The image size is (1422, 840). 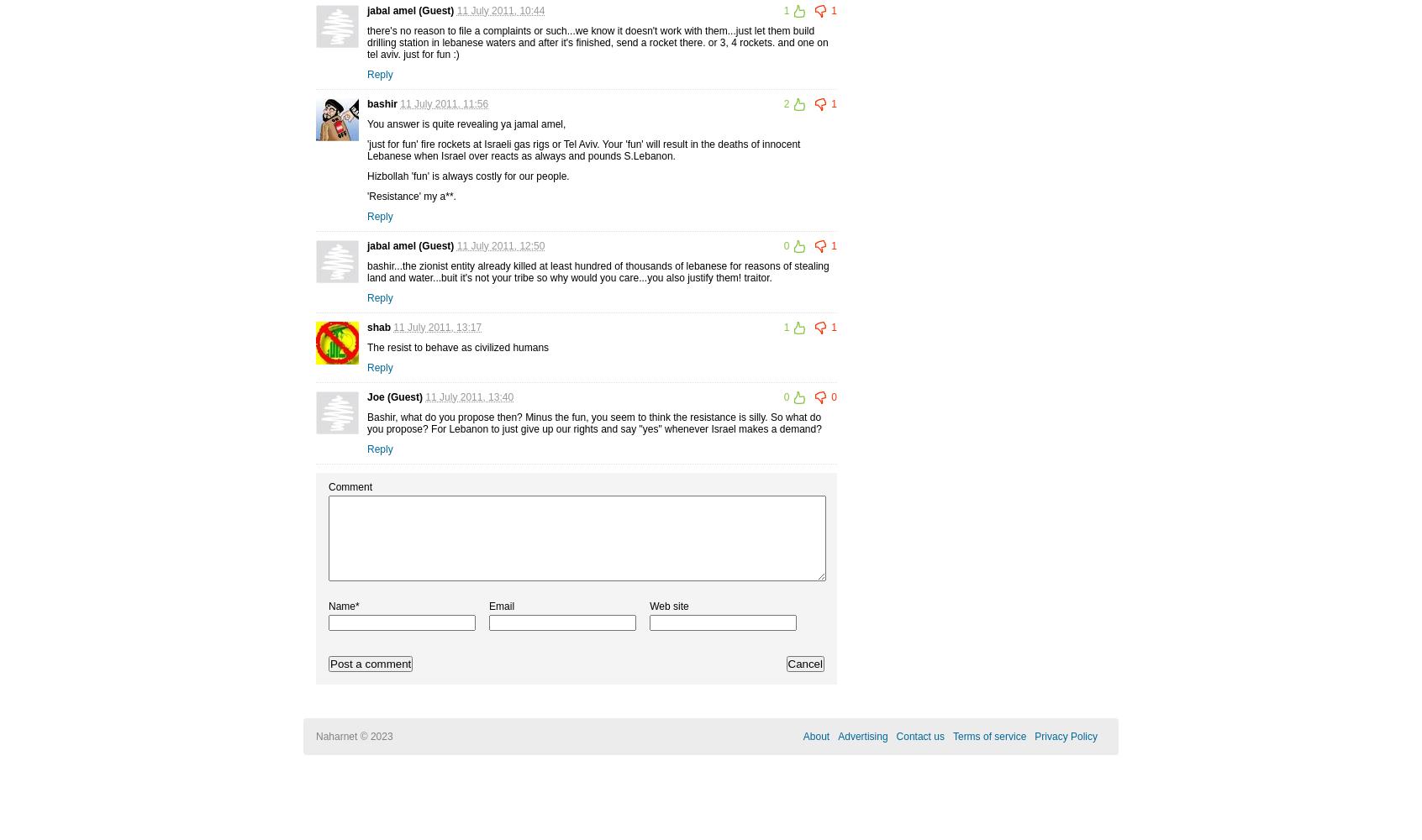 What do you see at coordinates (499, 245) in the screenshot?
I see `'11 July 2011, 12:50'` at bounding box center [499, 245].